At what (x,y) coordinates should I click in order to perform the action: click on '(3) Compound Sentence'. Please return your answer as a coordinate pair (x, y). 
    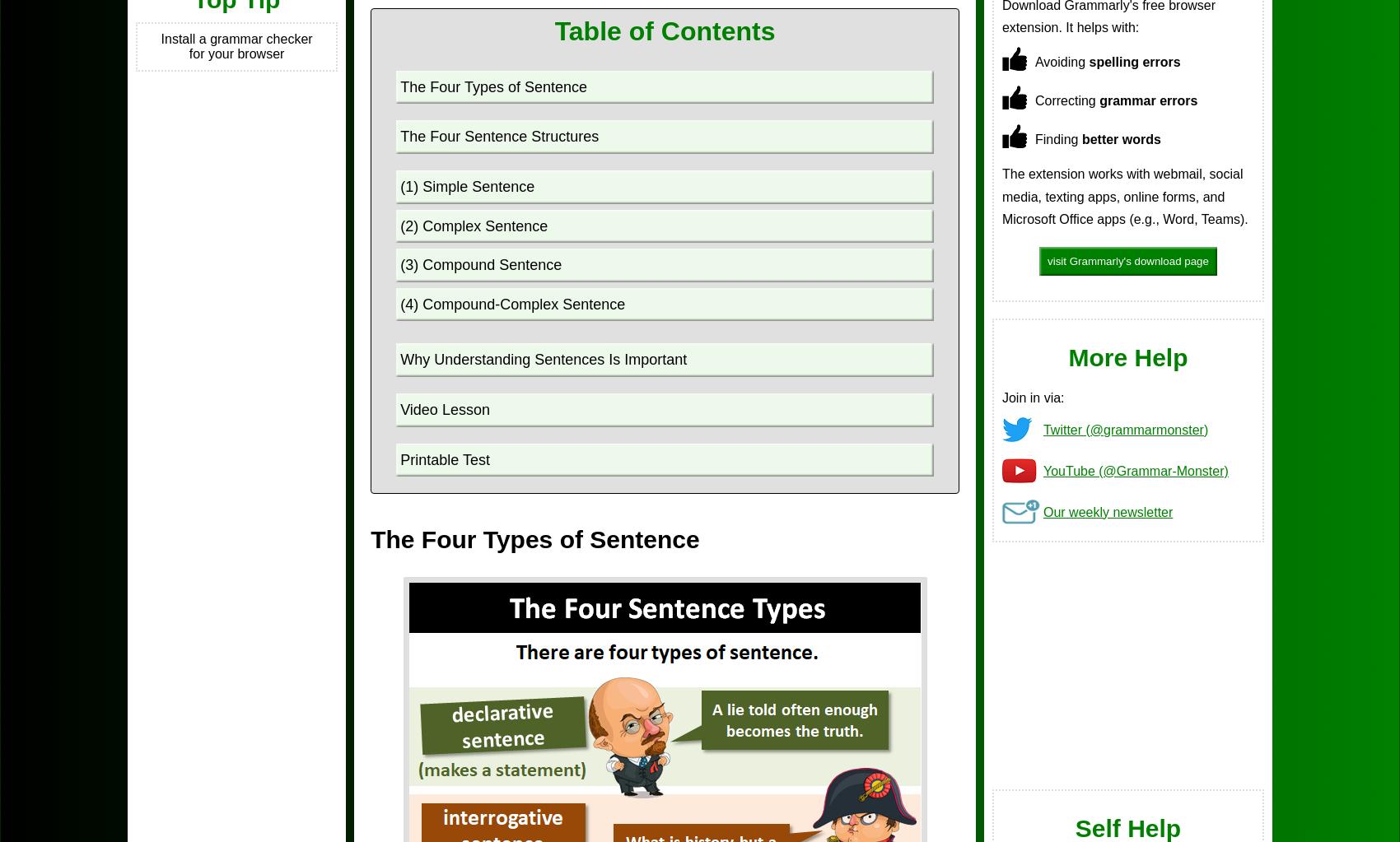
    Looking at the image, I should click on (479, 265).